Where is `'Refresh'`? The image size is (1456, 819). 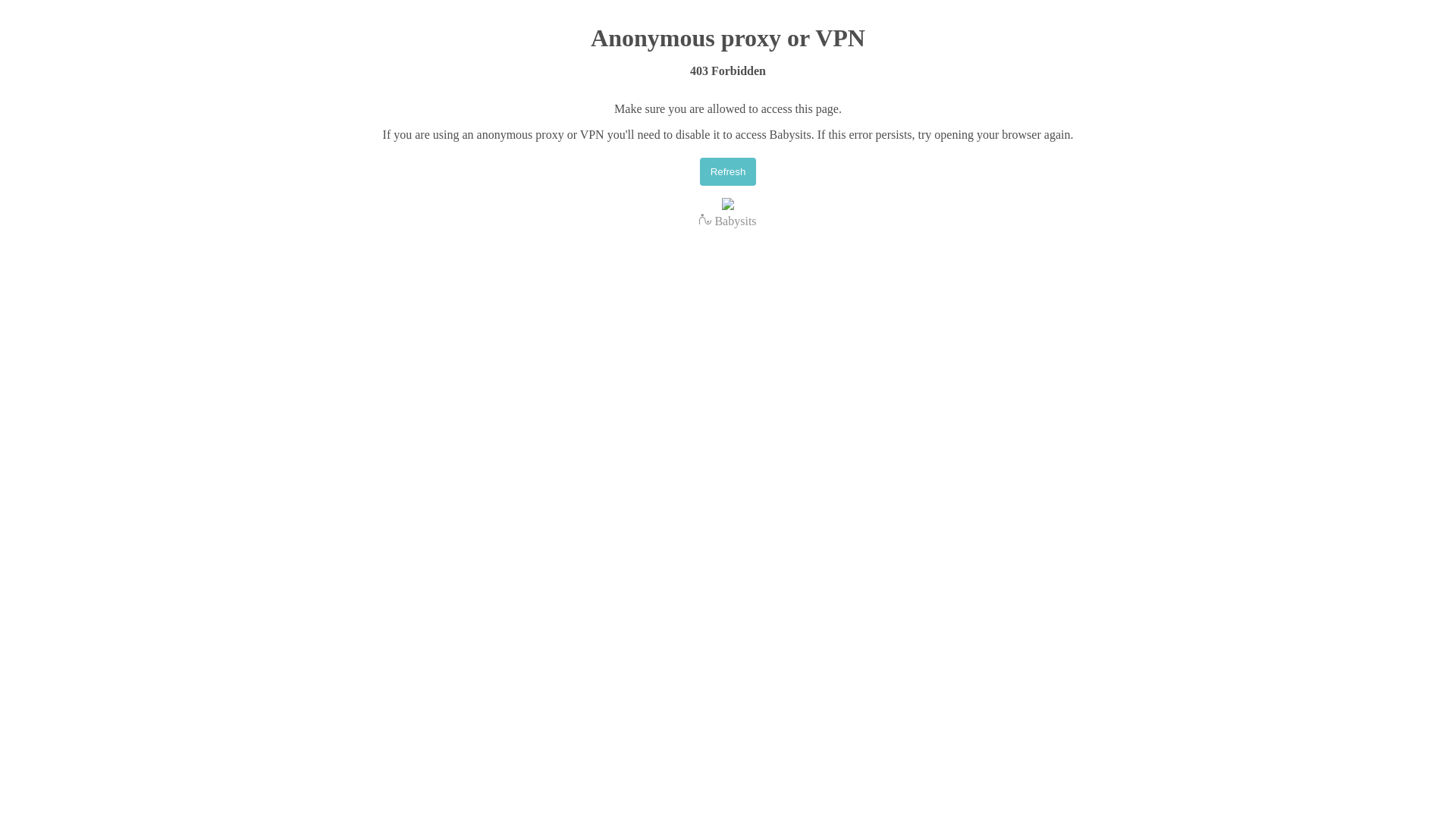 'Refresh' is located at coordinates (728, 171).